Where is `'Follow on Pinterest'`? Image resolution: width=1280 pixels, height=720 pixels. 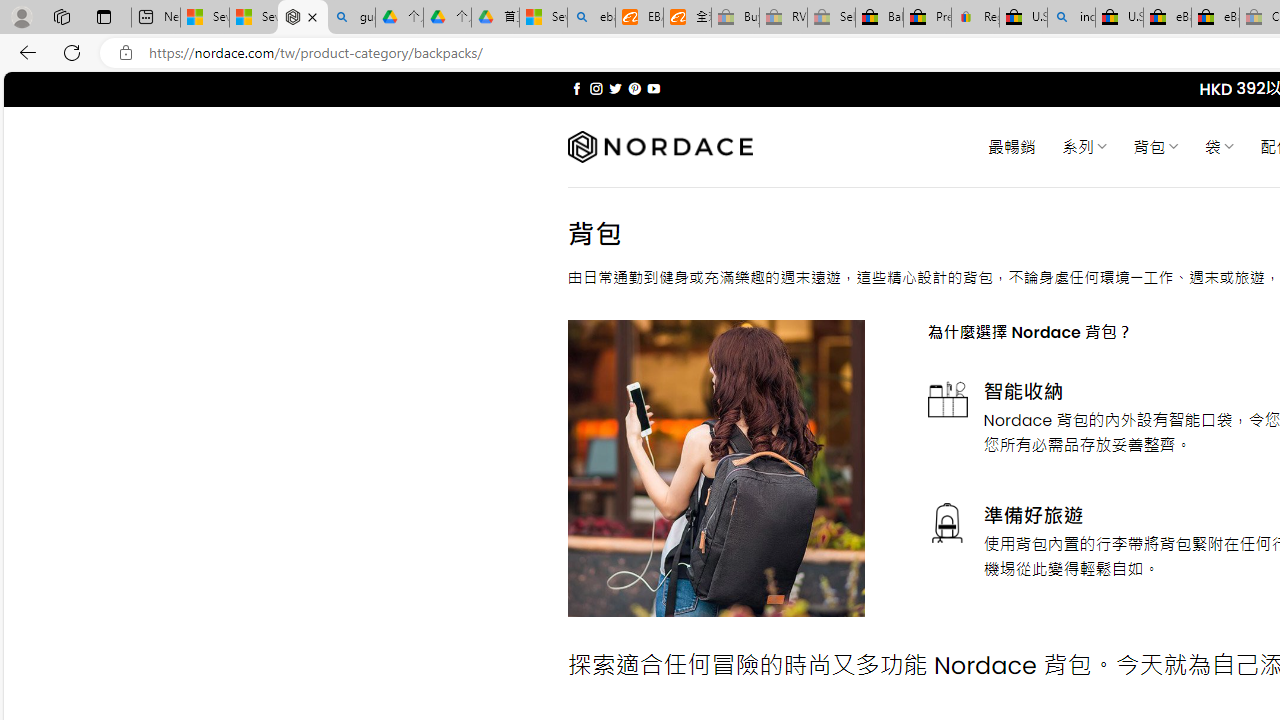 'Follow on Pinterest' is located at coordinates (633, 88).